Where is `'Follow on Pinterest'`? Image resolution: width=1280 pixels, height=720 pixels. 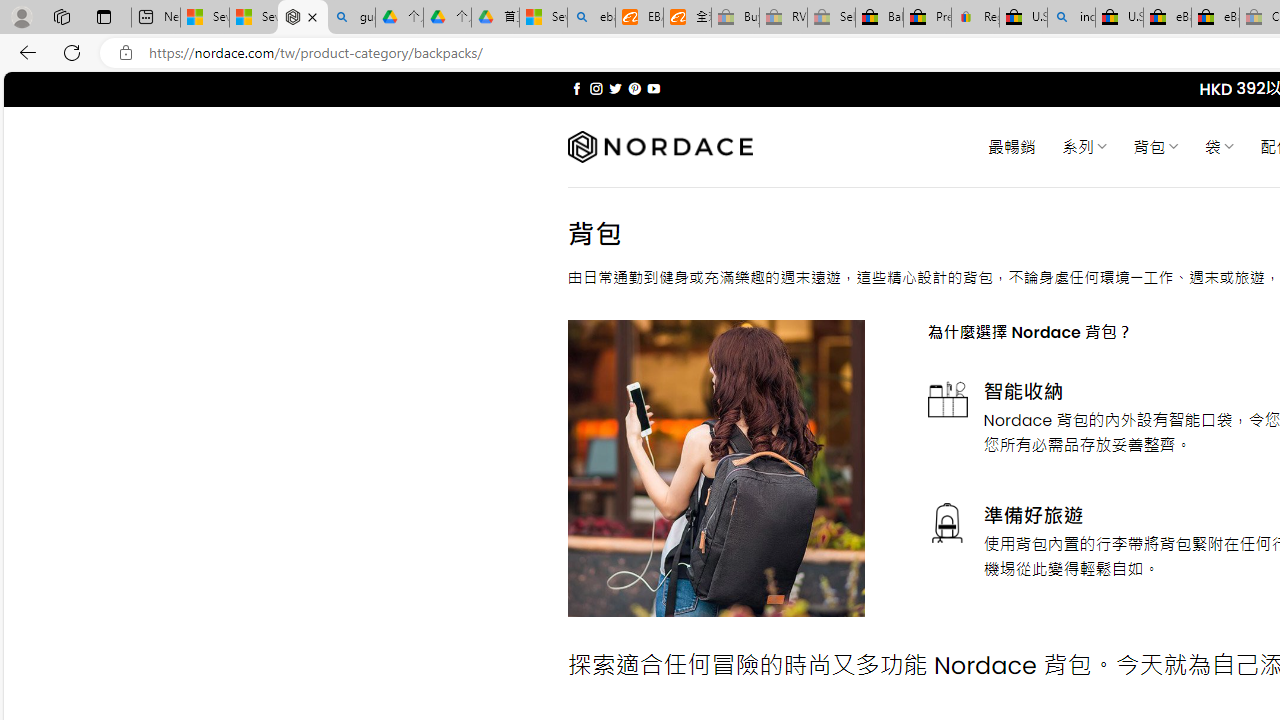 'Follow on Pinterest' is located at coordinates (633, 88).